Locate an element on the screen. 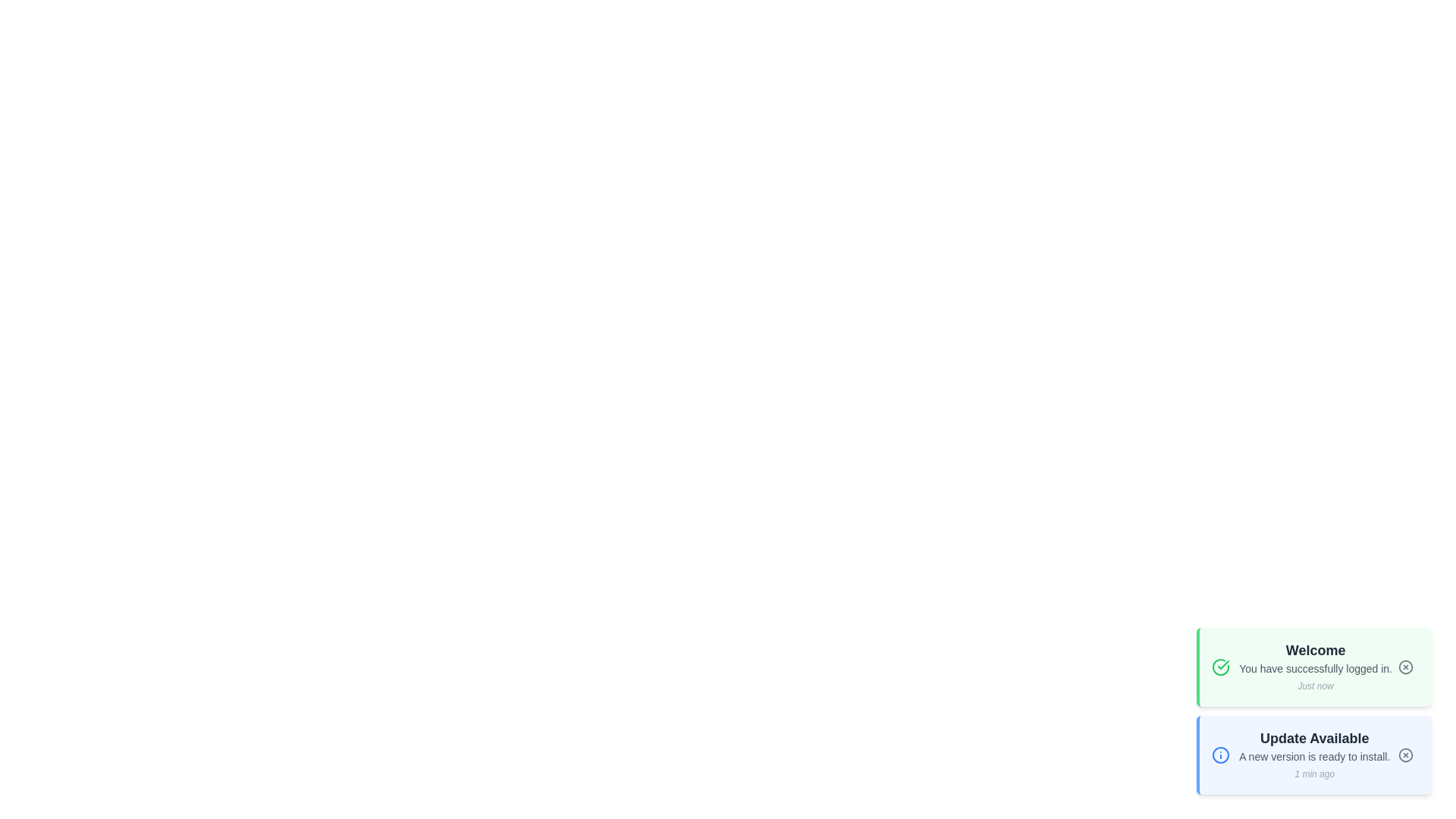 The width and height of the screenshot is (1456, 819). the icon associated with the notification type is located at coordinates (1220, 666).